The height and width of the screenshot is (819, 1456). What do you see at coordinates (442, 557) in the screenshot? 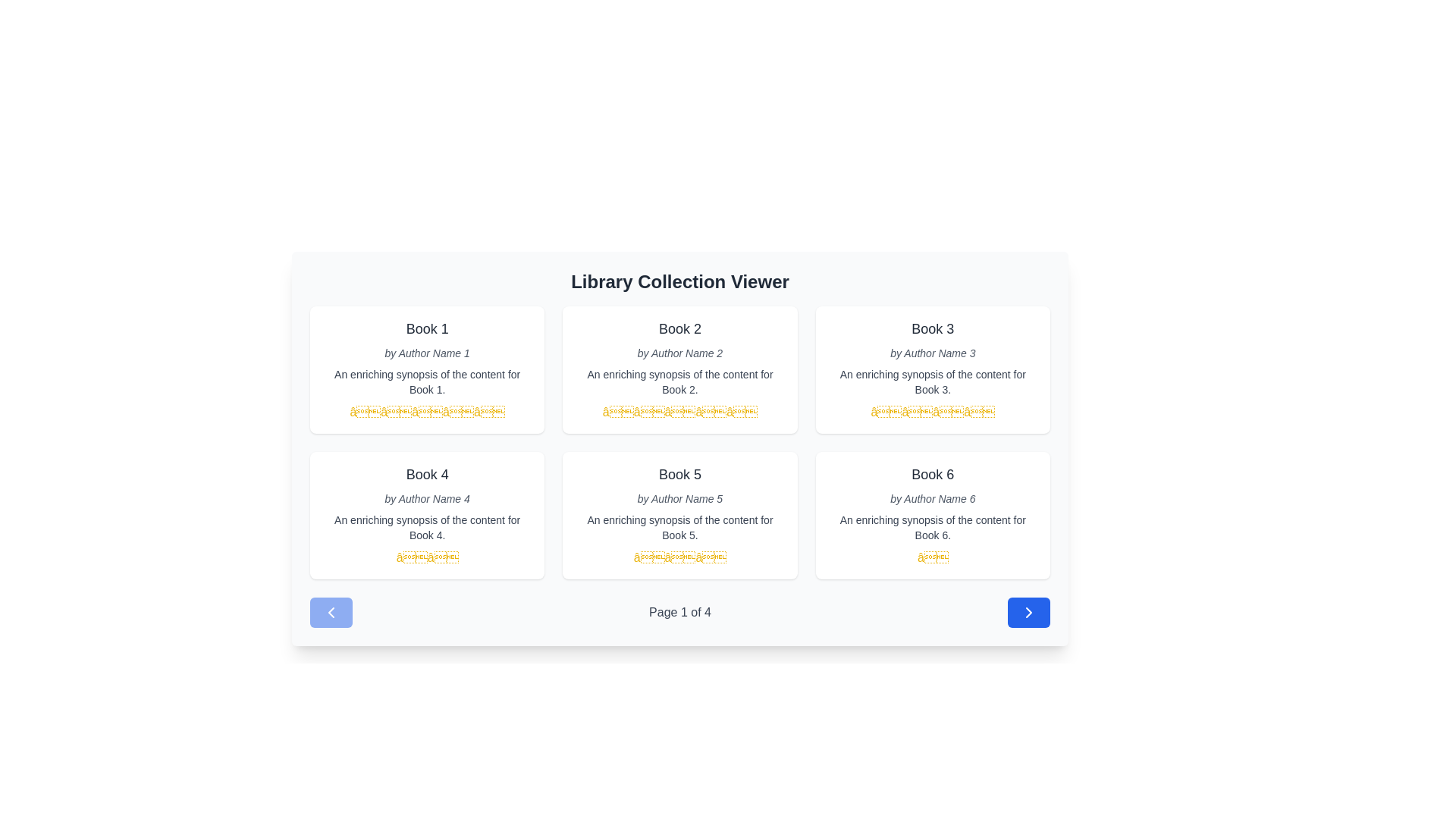
I see `the second yellow star icon representing the rating mechanism for 'Book 4'` at bounding box center [442, 557].